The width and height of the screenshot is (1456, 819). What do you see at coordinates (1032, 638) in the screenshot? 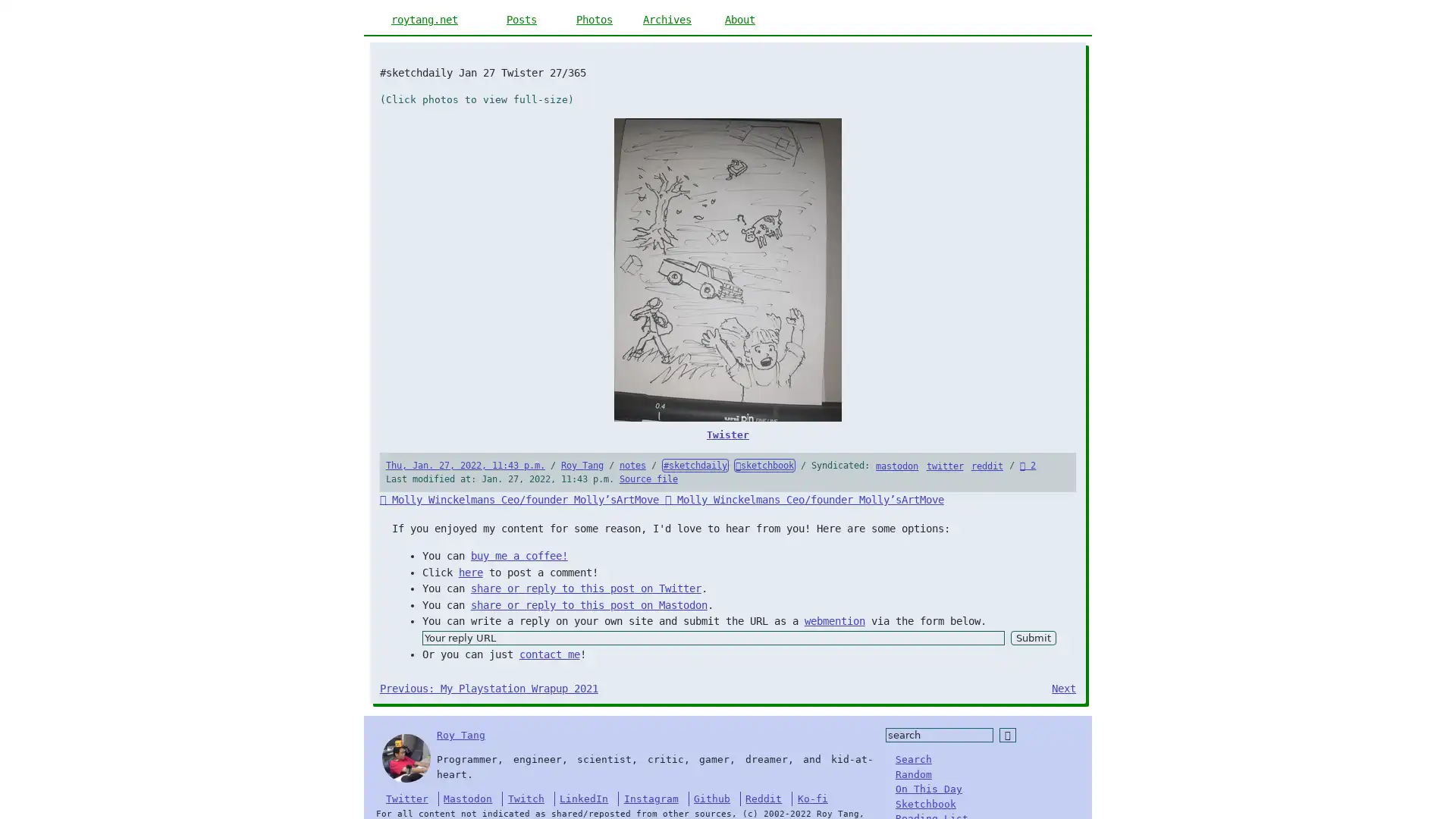
I see `Submit` at bounding box center [1032, 638].